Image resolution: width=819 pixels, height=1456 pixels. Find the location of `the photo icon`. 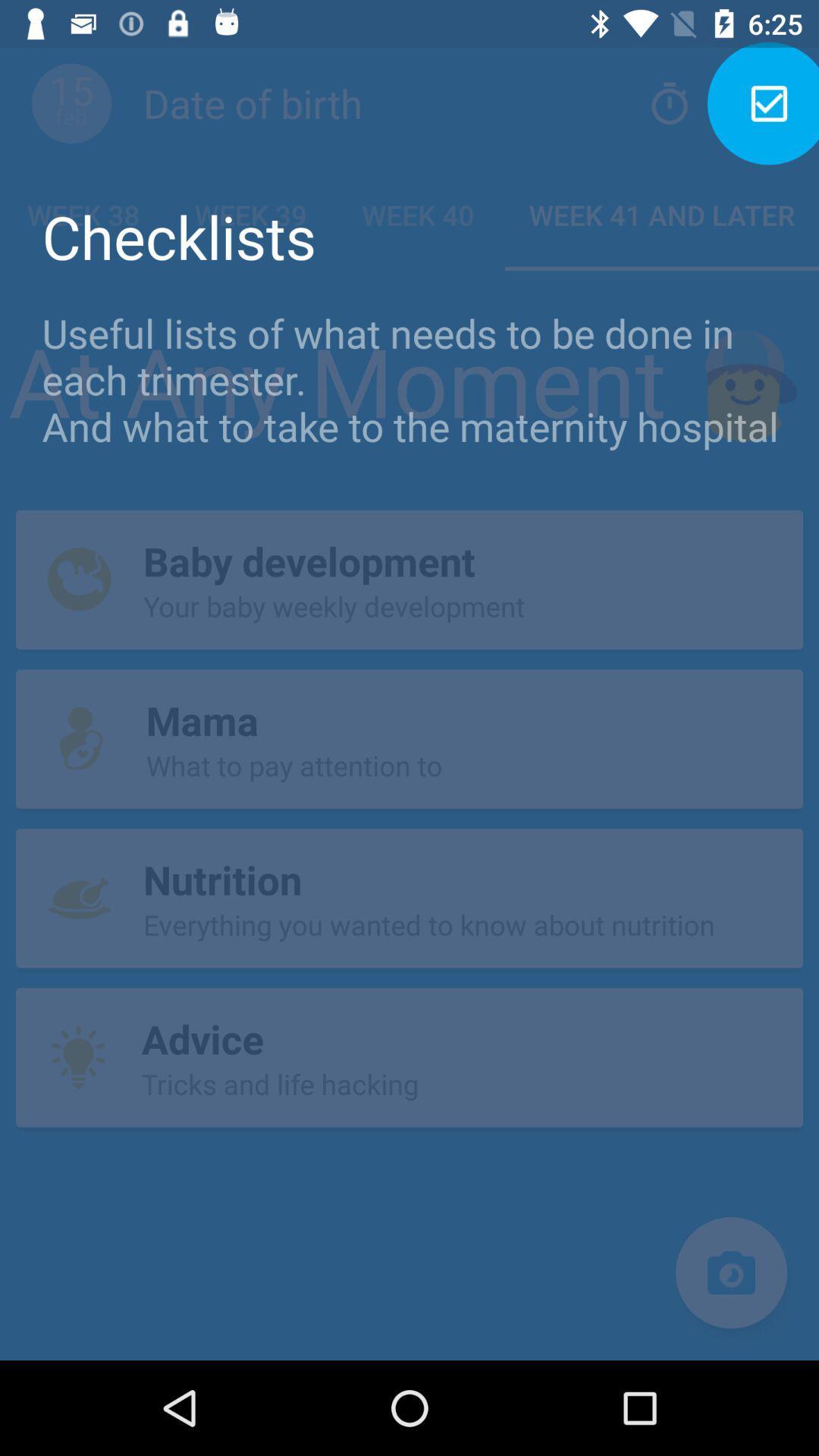

the photo icon is located at coordinates (730, 1272).